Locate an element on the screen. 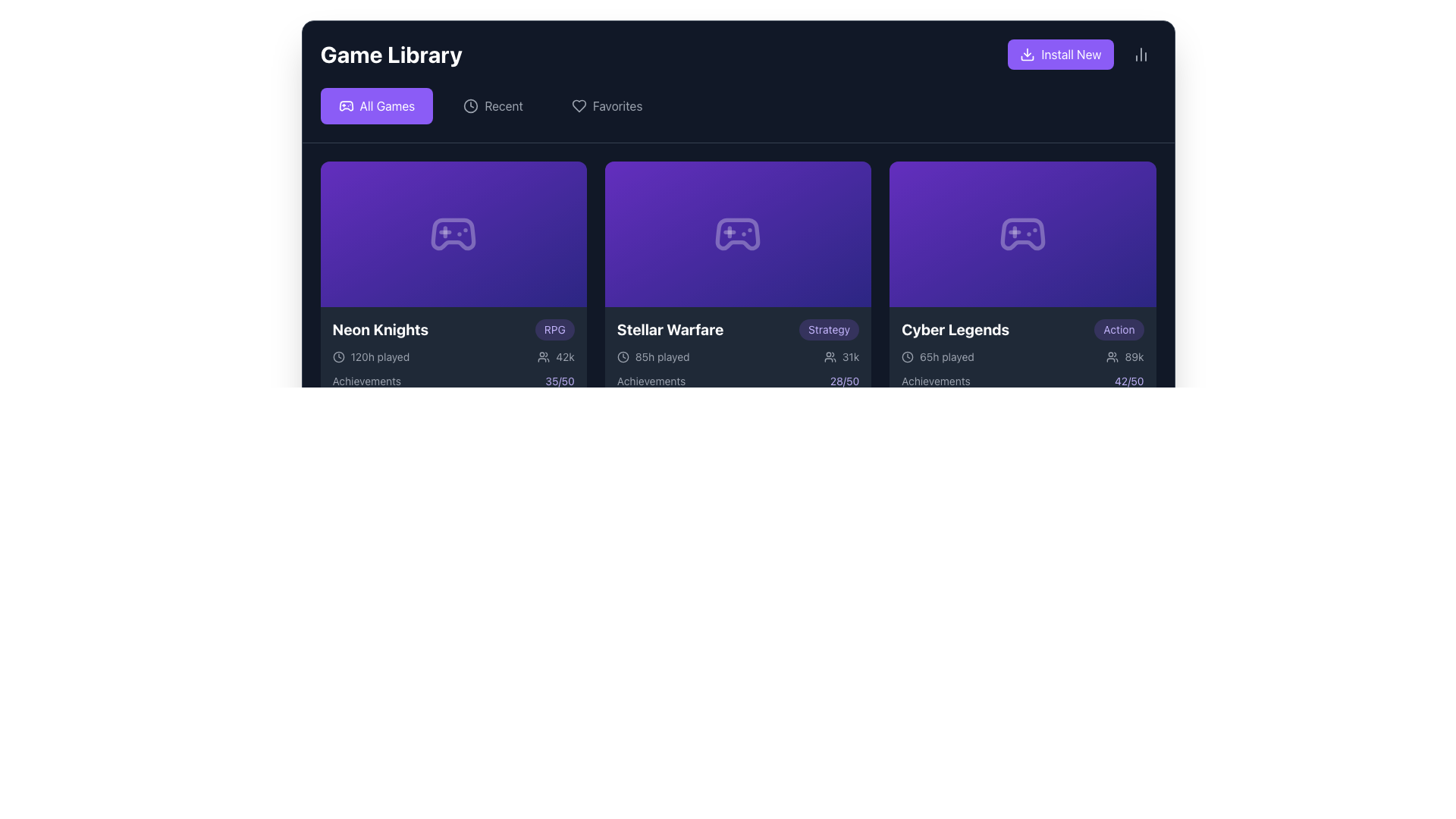 The image size is (1456, 819). the category tag for the 'Stellar Warfare' game card located at the bottom-right corner, which provides contextual information about the game type is located at coordinates (828, 329).